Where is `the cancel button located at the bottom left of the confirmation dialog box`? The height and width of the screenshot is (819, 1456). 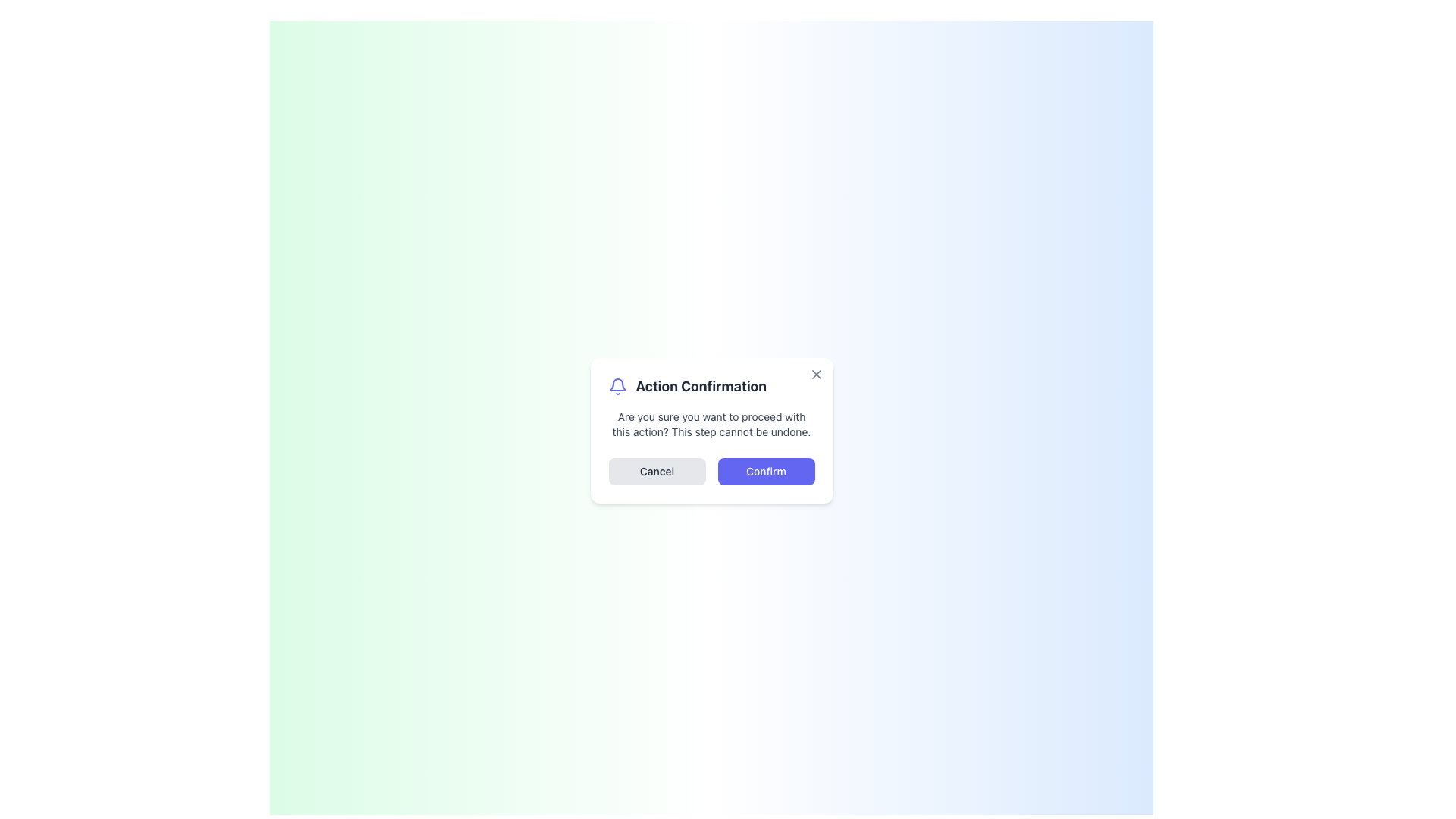
the cancel button located at the bottom left of the confirmation dialog box is located at coordinates (657, 470).